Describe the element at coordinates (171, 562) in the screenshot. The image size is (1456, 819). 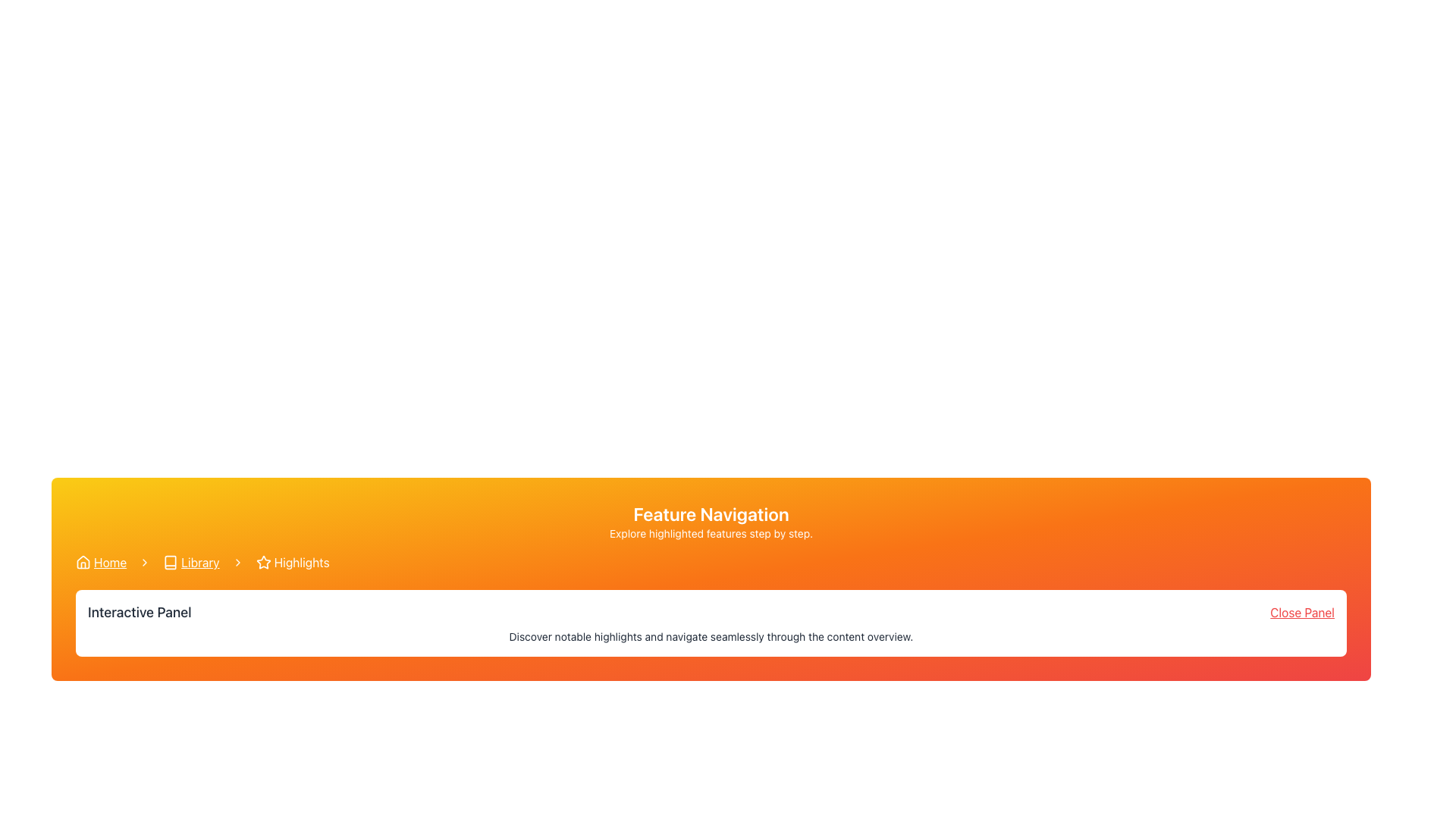
I see `the visual representation of the small, square-shaped line-art book icon located next to the 'Library' label in the breadcrumb navigation bar` at that location.